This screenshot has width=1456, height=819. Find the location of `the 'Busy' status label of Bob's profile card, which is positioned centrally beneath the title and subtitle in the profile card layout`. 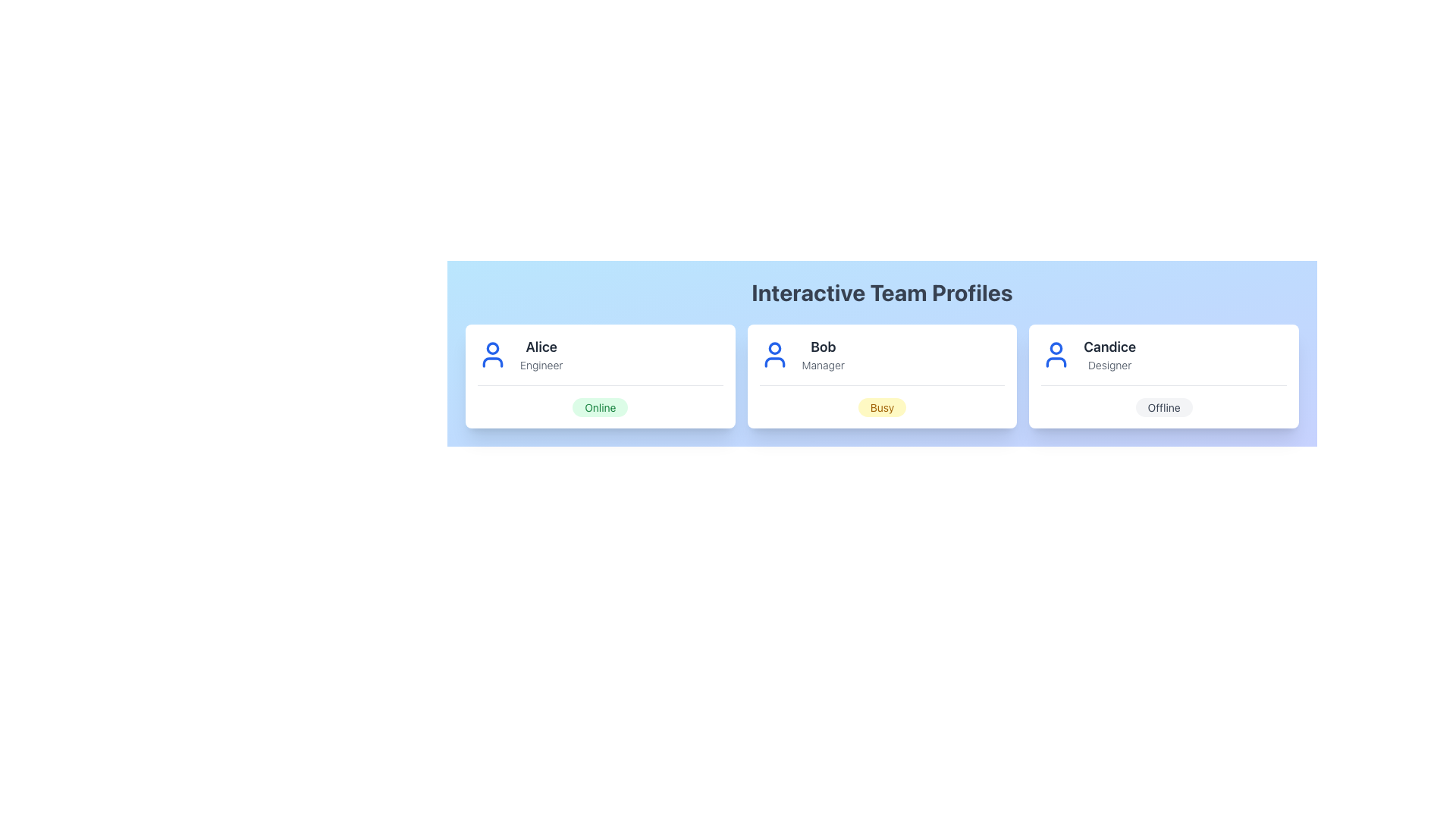

the 'Busy' status label of Bob's profile card, which is positioned centrally beneath the title and subtitle in the profile card layout is located at coordinates (882, 400).